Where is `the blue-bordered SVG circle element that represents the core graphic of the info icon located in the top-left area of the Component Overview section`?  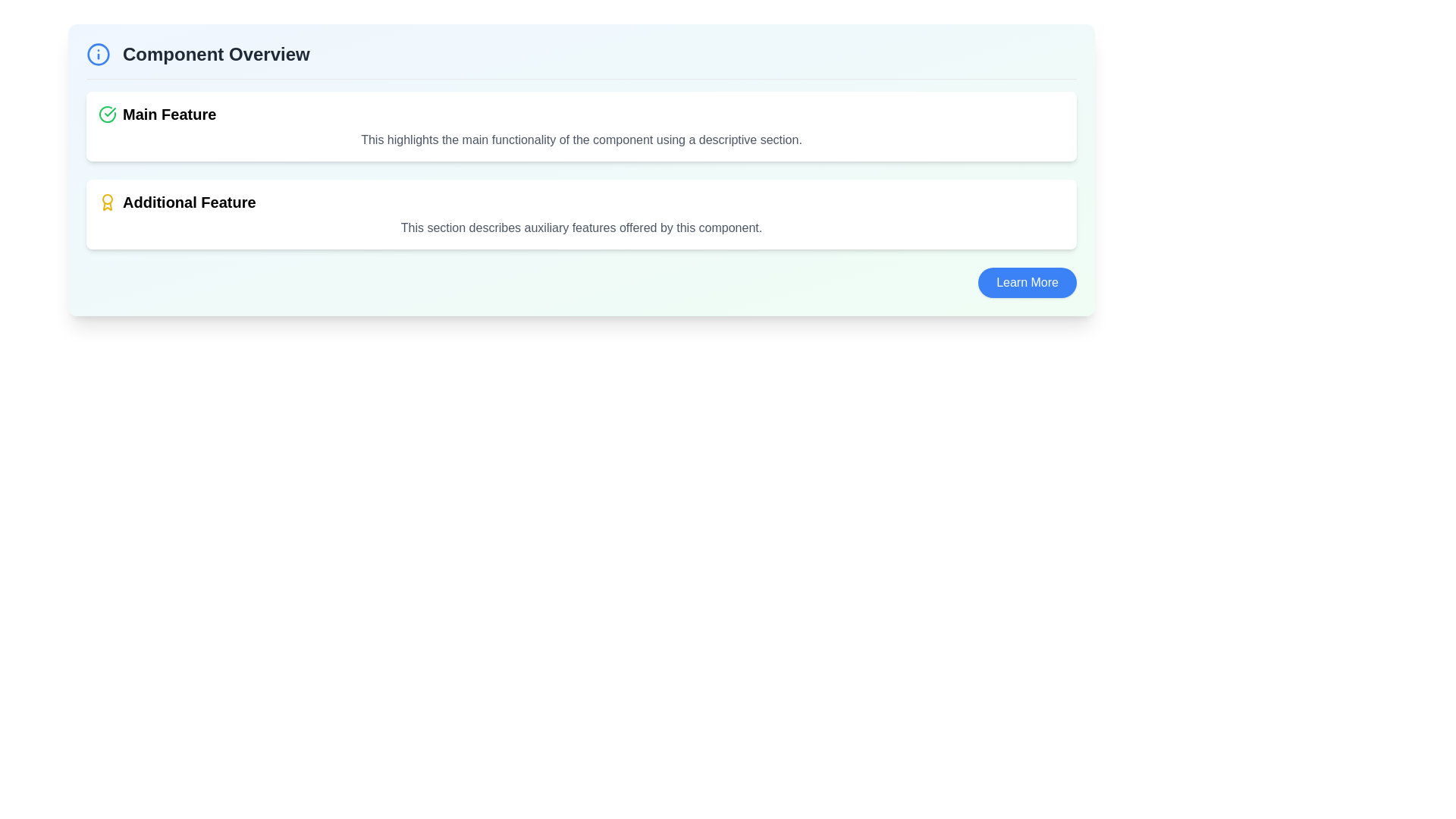
the blue-bordered SVG circle element that represents the core graphic of the info icon located in the top-left area of the Component Overview section is located at coordinates (97, 54).